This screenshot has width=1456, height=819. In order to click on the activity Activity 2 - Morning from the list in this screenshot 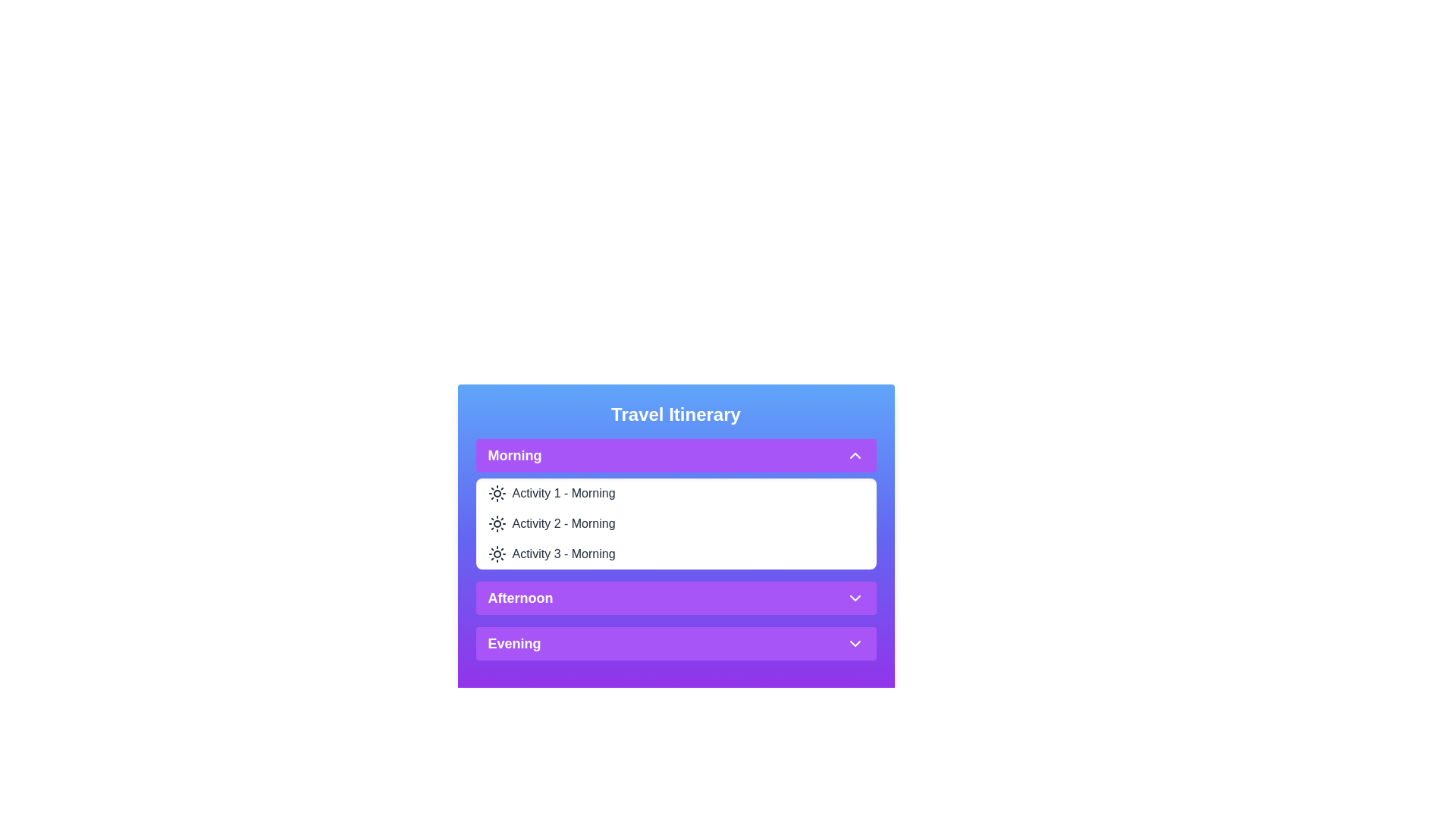, I will do `click(563, 522)`.